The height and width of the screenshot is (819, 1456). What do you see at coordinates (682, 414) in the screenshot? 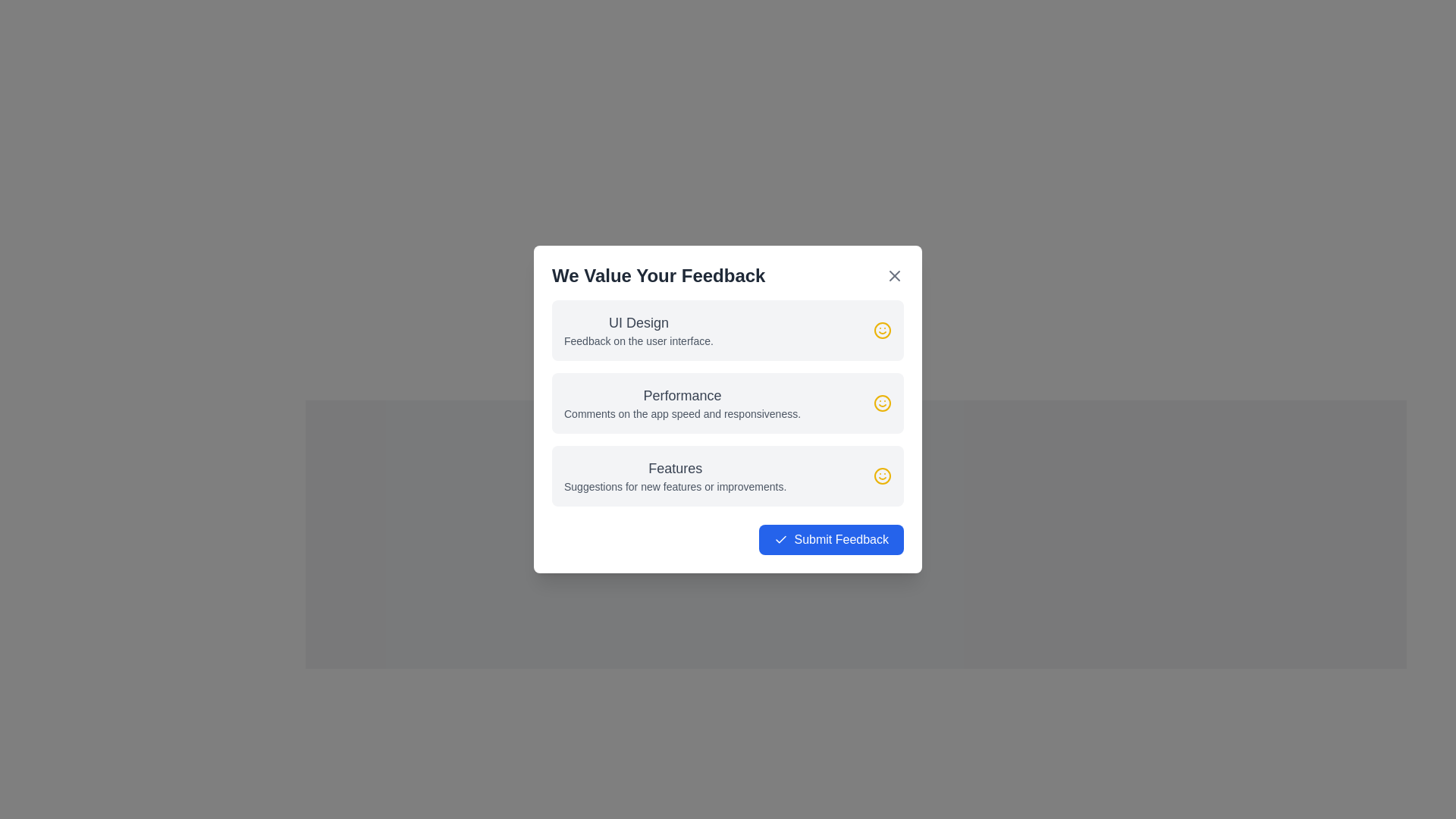
I see `the text label that says 'Comments on the app speed and responsiveness,' which is located directly under the 'Performance' heading in the feedback form dialog` at bounding box center [682, 414].